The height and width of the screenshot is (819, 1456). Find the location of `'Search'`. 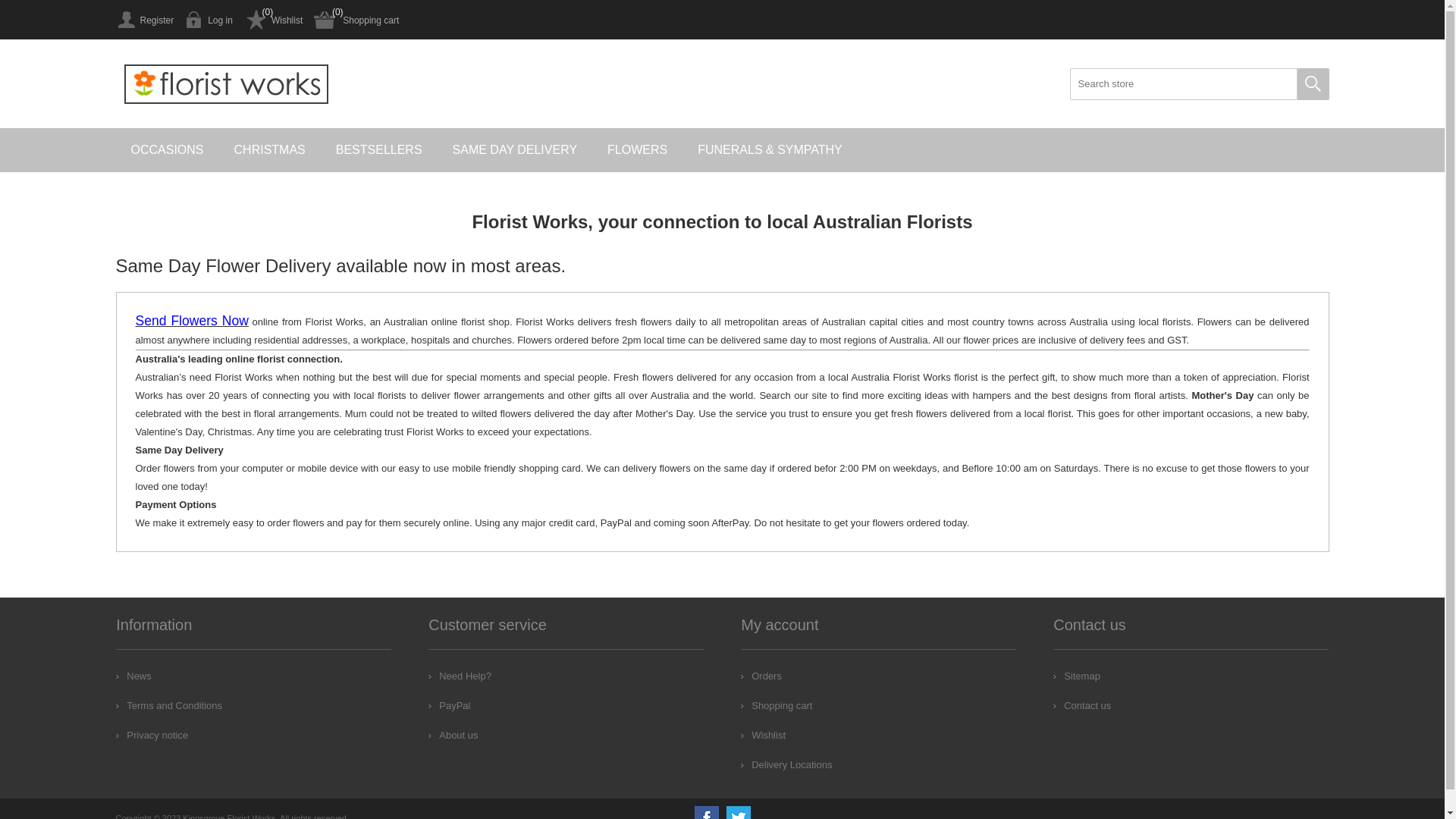

'Search' is located at coordinates (1312, 84).